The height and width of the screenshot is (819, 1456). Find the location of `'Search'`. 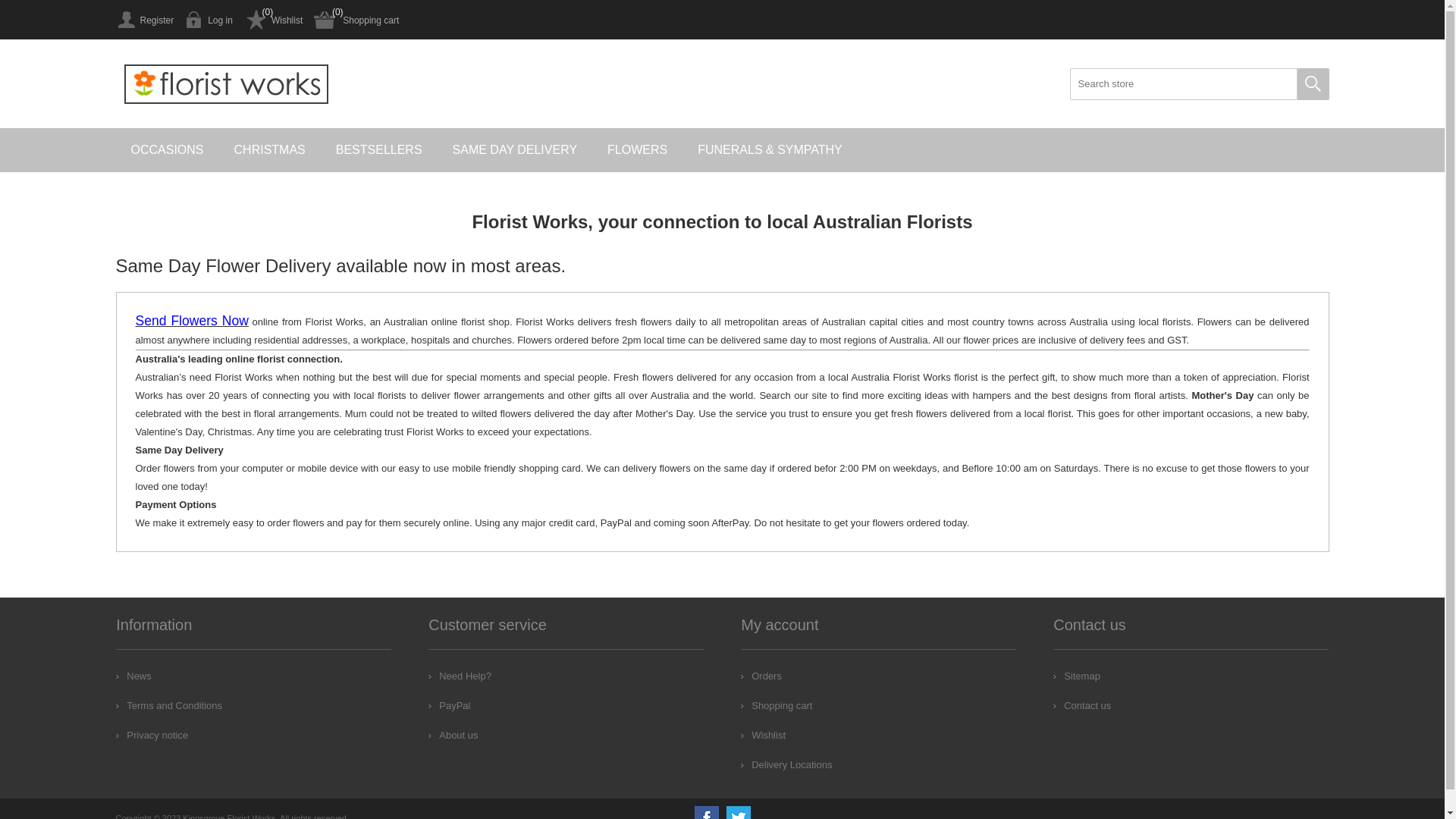

'Search' is located at coordinates (1312, 84).